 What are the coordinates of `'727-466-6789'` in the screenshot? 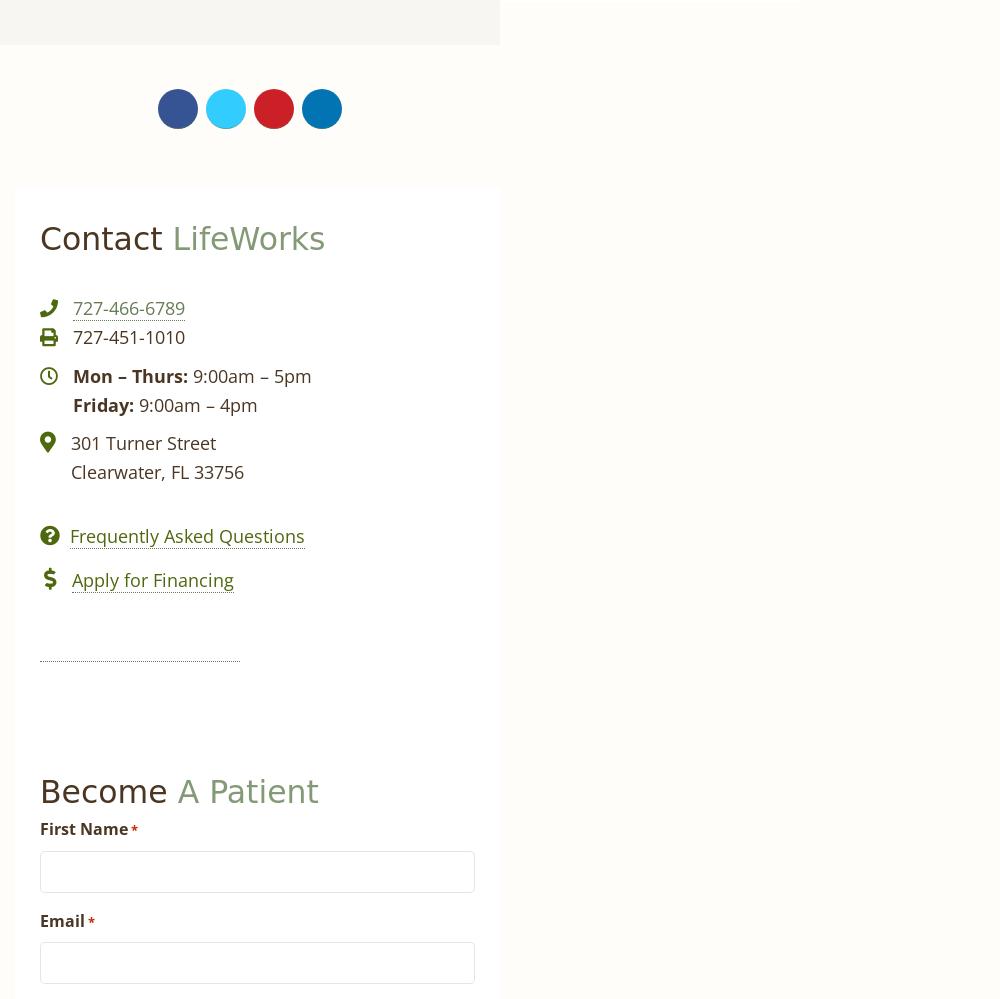 It's located at (72, 306).